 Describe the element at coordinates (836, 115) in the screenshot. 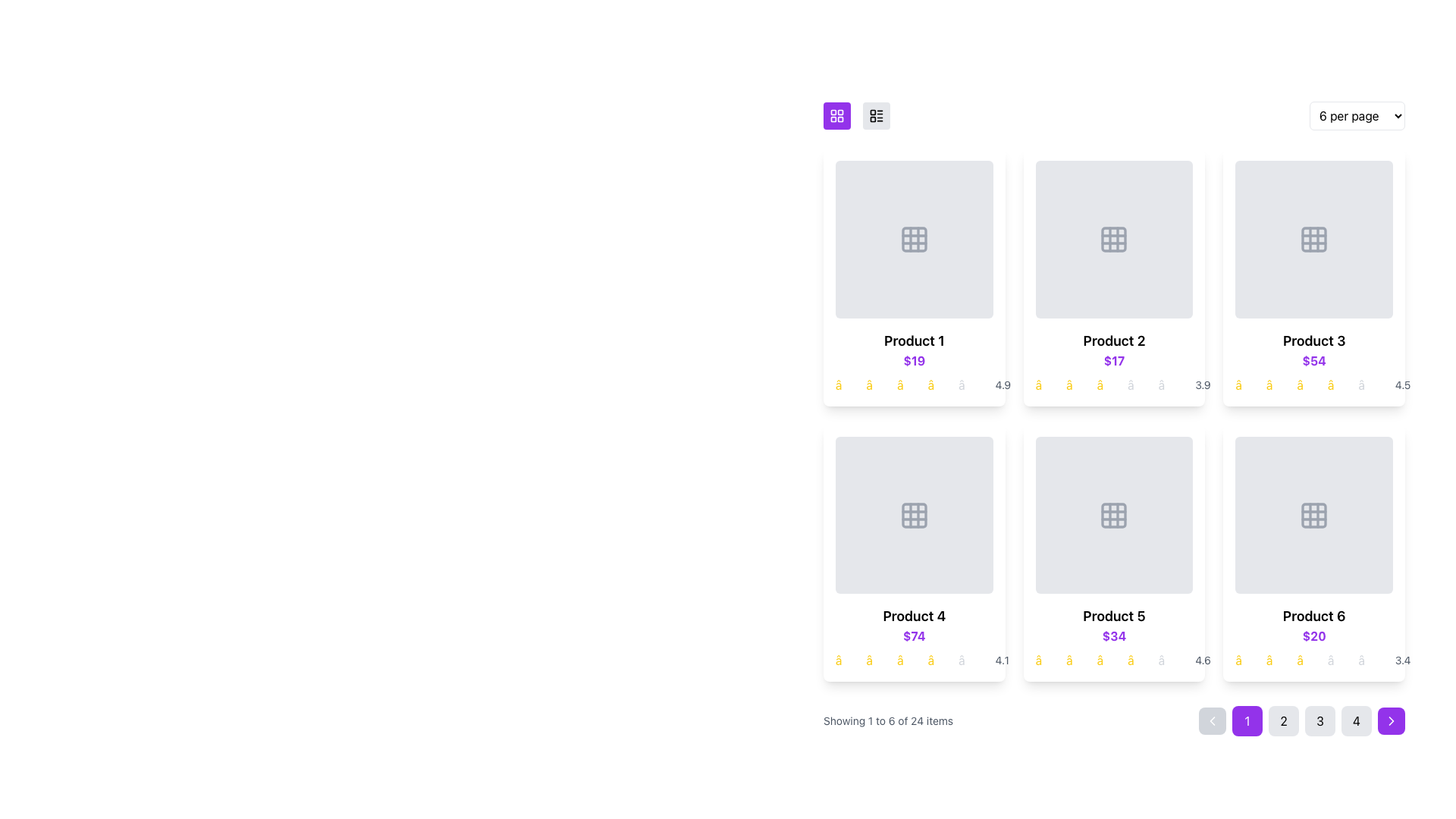

I see `the grid layout toggle icon in the upper-left corner of the product listing area to switch the display mode to grid layout` at that location.